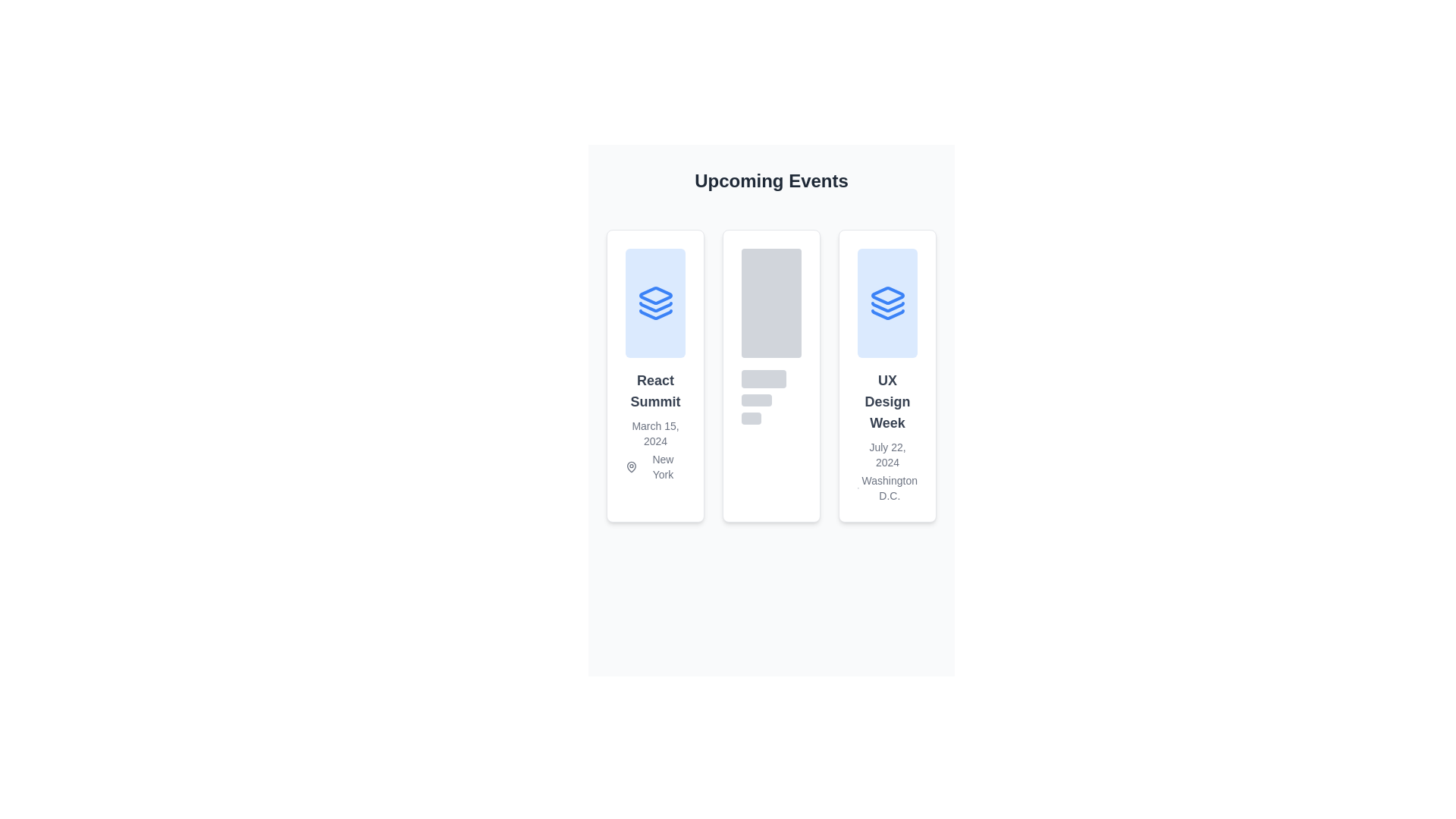 This screenshot has height=819, width=1456. Describe the element at coordinates (631, 466) in the screenshot. I see `the map pin icon, which is a minimalistic grayscale design located adjacent to the 'New York' label under the 'React Summit' event title in the 'Upcoming Events' section` at that location.